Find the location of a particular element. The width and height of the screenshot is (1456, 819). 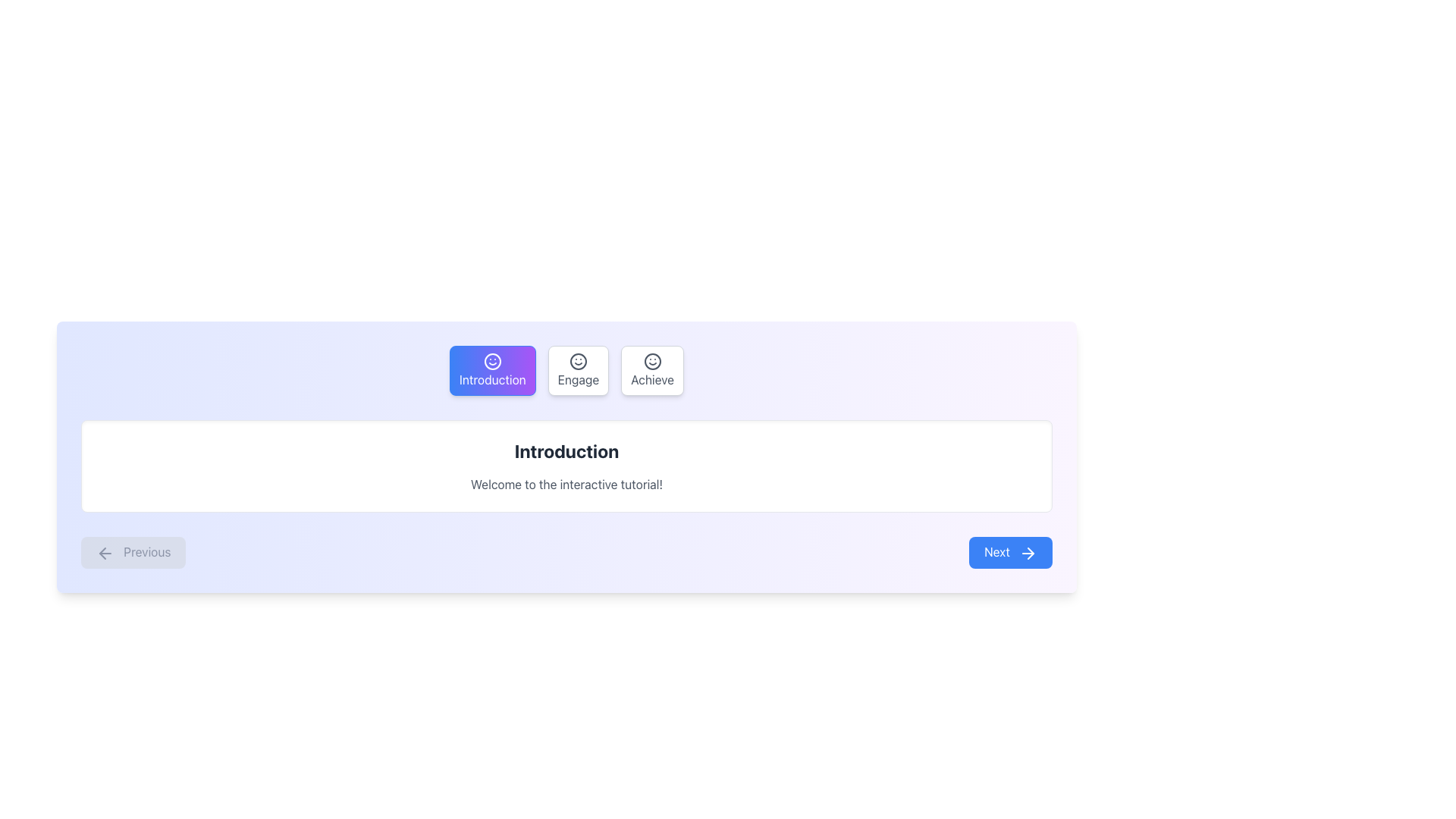

the Decorative smiley face icon within the 'Achieve' button located in the navigation bar is located at coordinates (652, 362).